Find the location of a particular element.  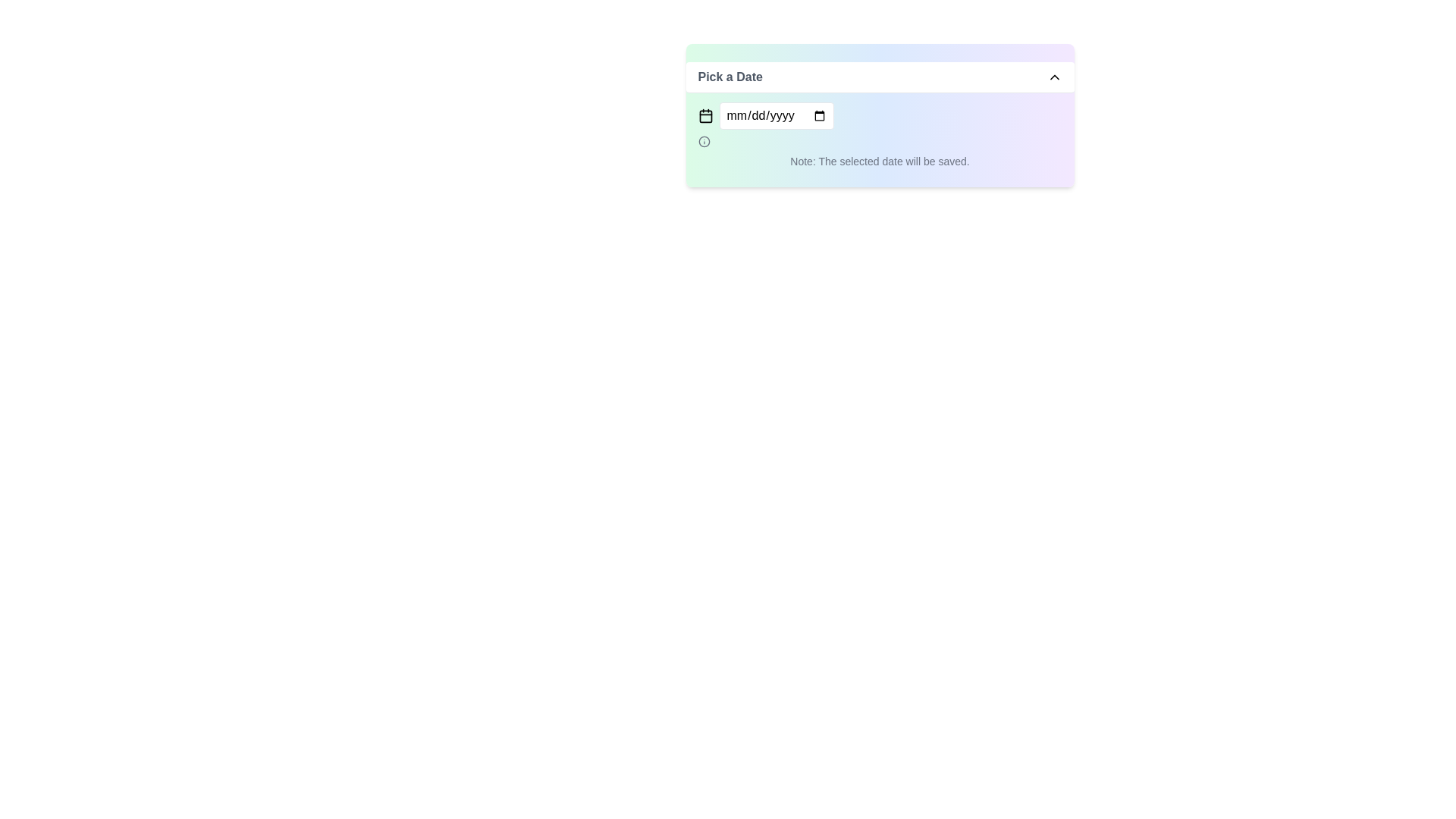

the calendar icon located to the immediate left of the 'mm/dd/yyyy' date input field is located at coordinates (704, 115).